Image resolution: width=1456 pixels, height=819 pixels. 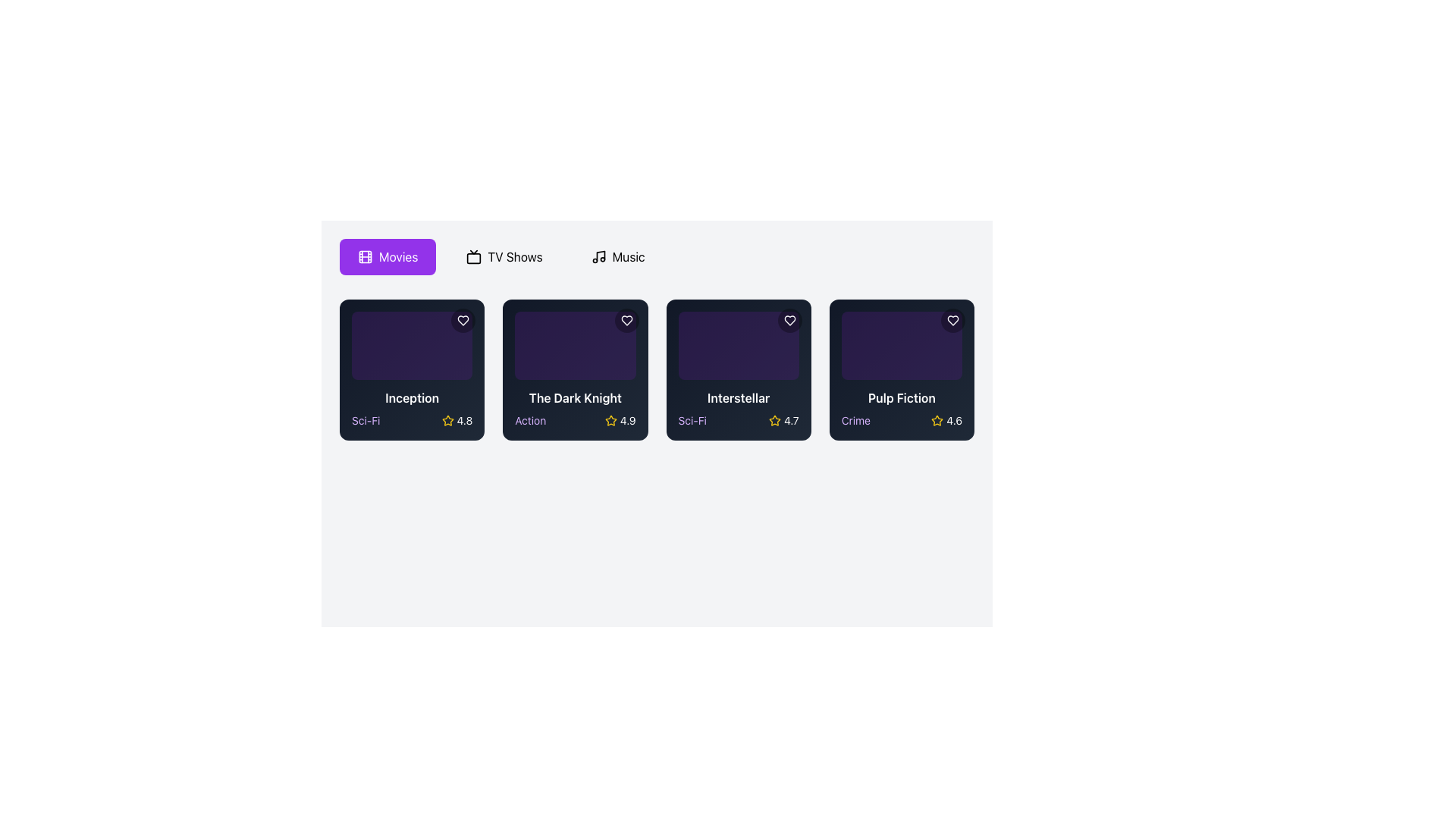 What do you see at coordinates (739, 397) in the screenshot?
I see `the text label that displays 'Interstellar', which is styled with white bold text on a dark background, located within the third movie card` at bounding box center [739, 397].